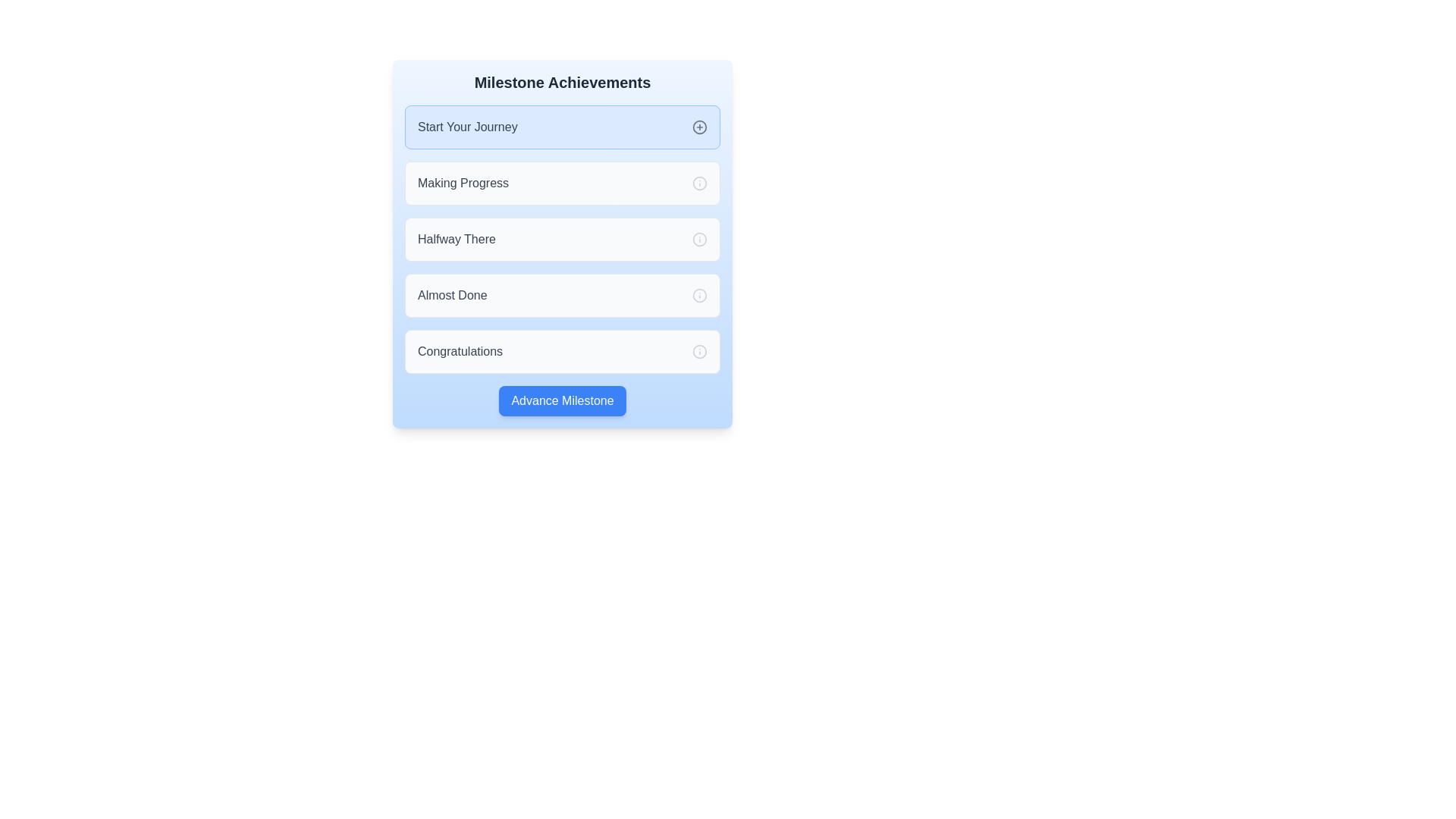 The height and width of the screenshot is (819, 1456). I want to click on the circular information icon with an 'i' in its center, located to the right of the text 'Congratulations' in the Milestone Achievements panel, so click(698, 351).